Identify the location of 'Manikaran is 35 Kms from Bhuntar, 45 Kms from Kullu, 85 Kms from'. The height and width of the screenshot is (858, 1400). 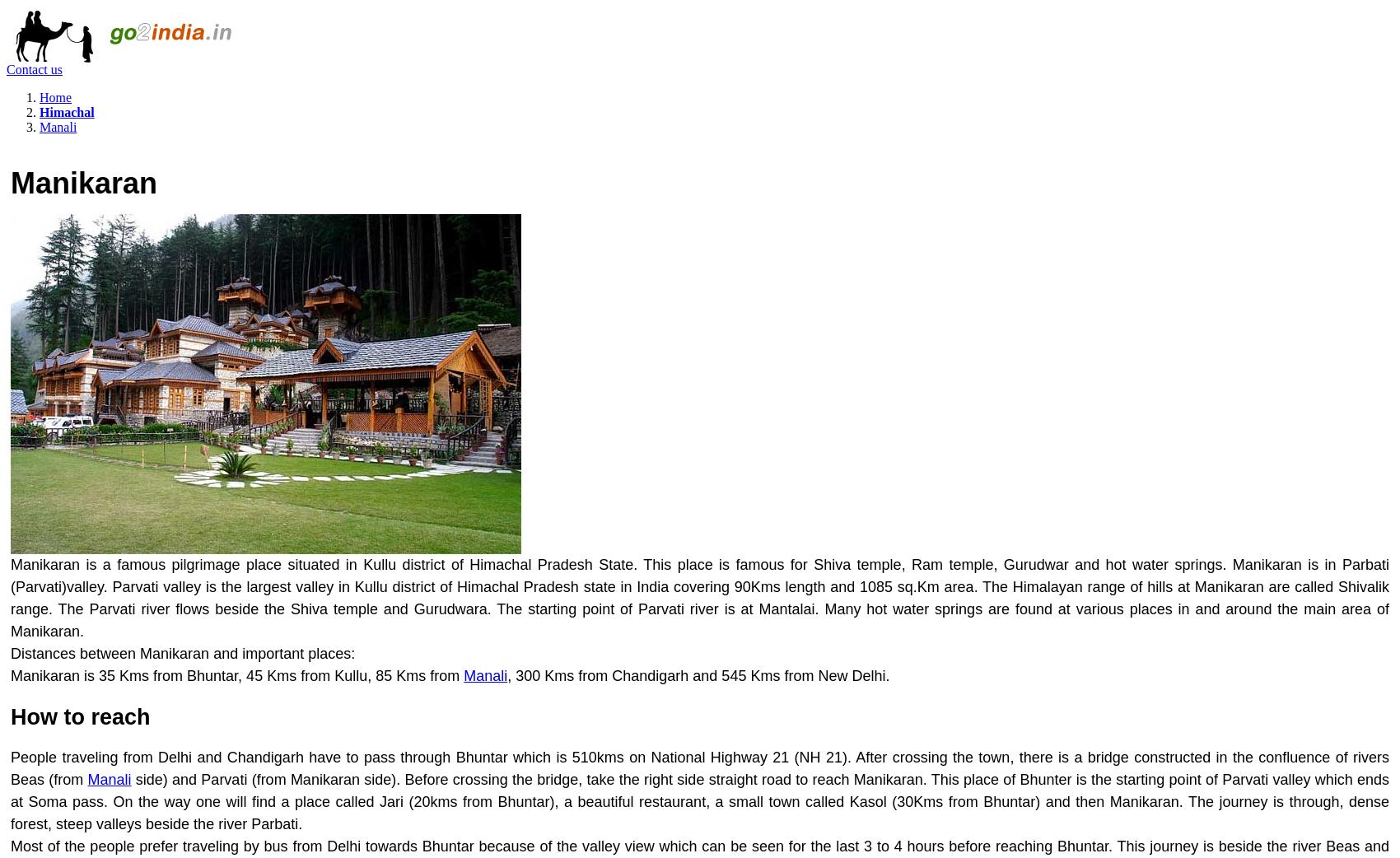
(236, 675).